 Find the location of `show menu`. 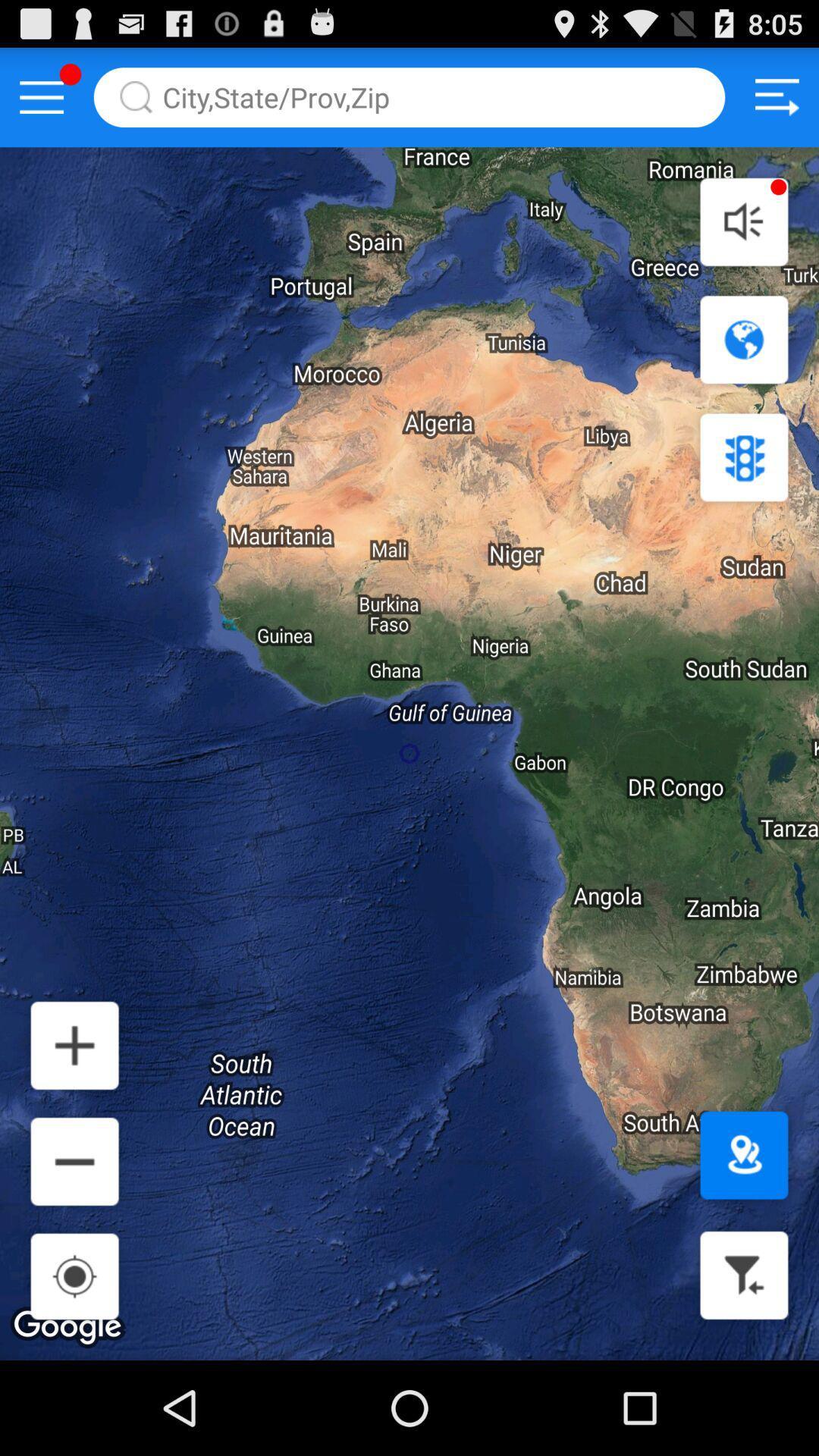

show menu is located at coordinates (41, 96).